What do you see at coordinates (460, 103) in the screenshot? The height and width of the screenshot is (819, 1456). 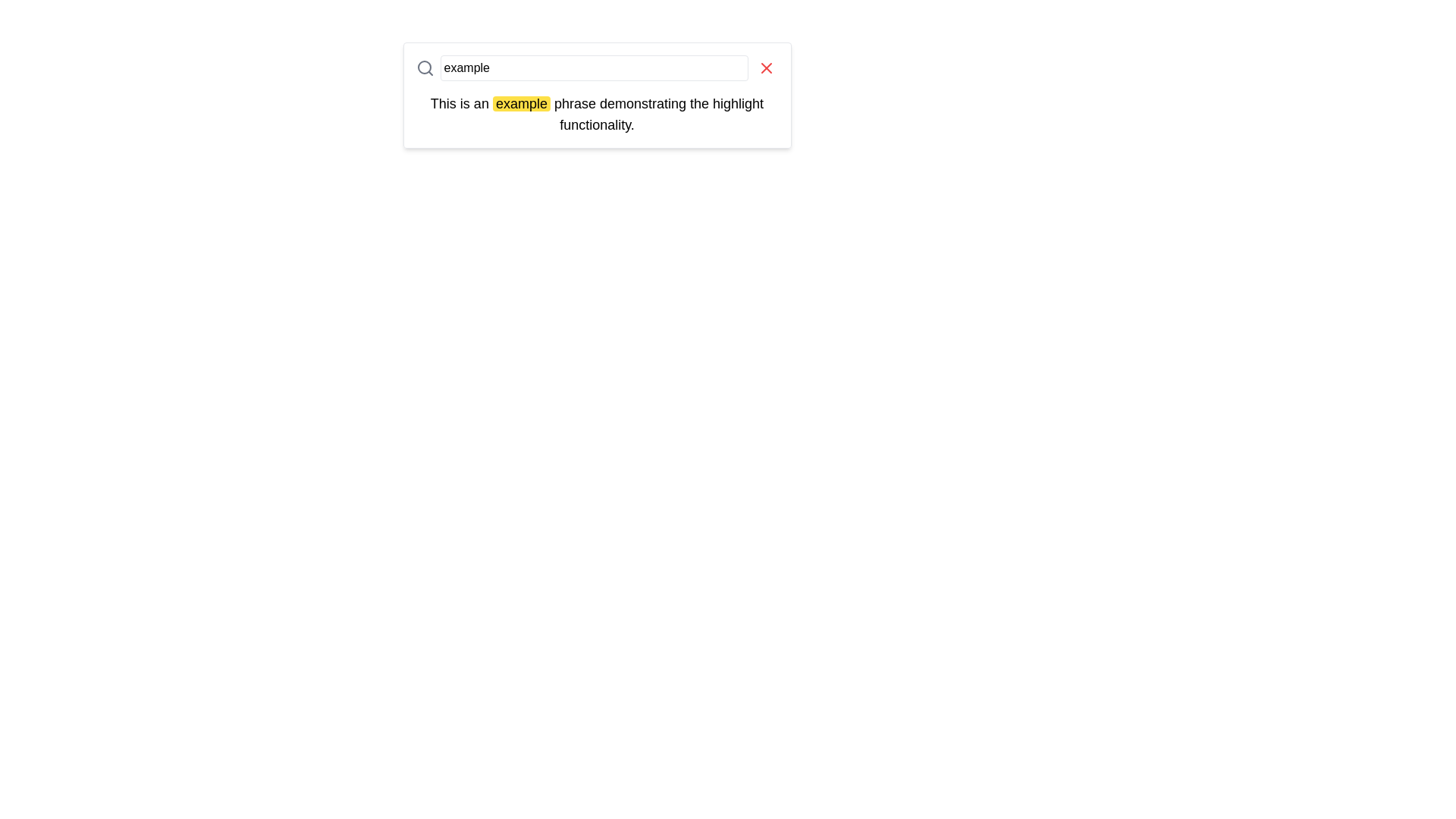 I see `the static text element displaying 'This is an', which is positioned at the start of a phrase before the highlighted word 'example'` at bounding box center [460, 103].